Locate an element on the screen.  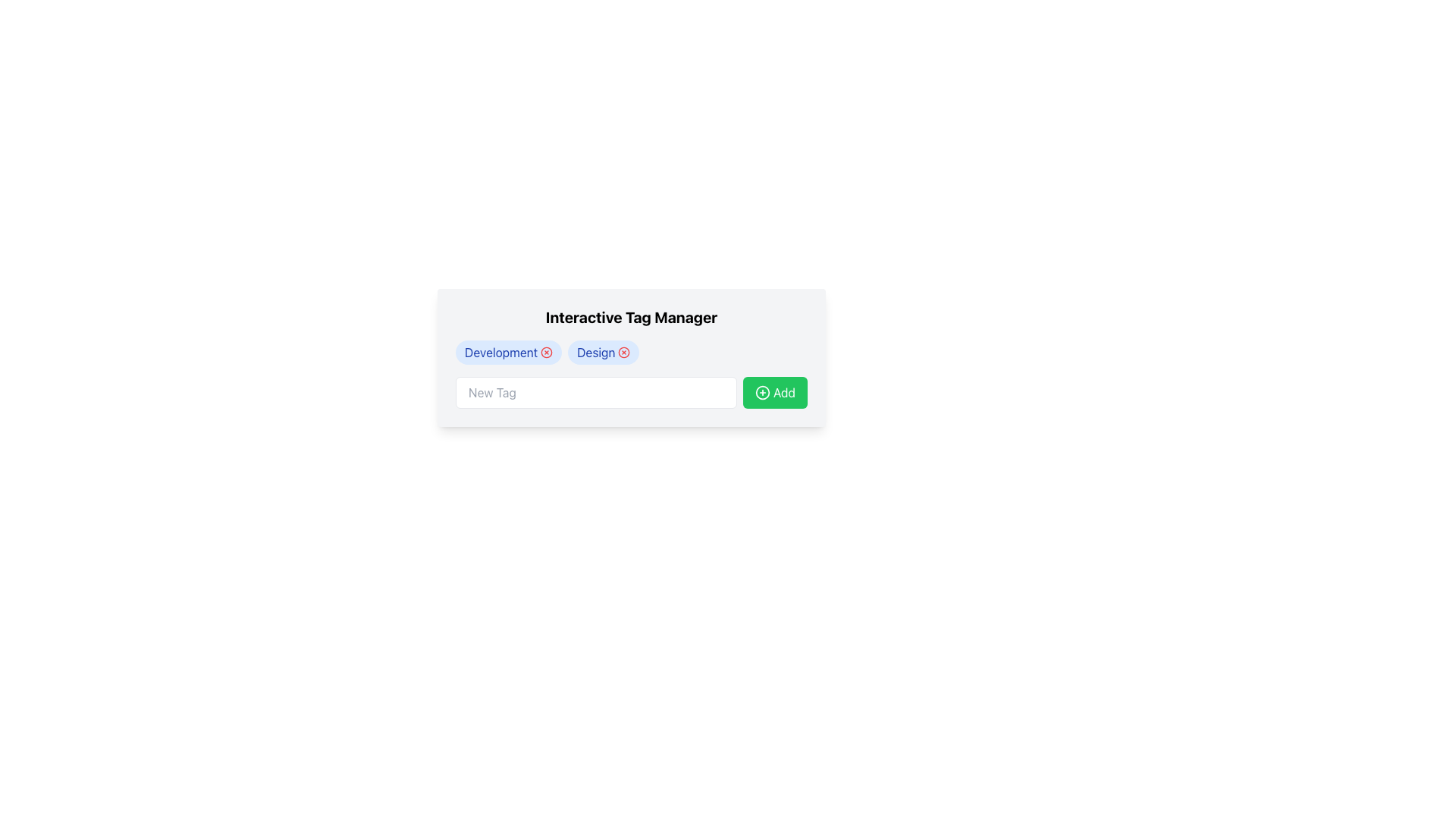
the 'Add' button, which is a green rectangular button with rounded corners and a white '+' icon is located at coordinates (775, 391).